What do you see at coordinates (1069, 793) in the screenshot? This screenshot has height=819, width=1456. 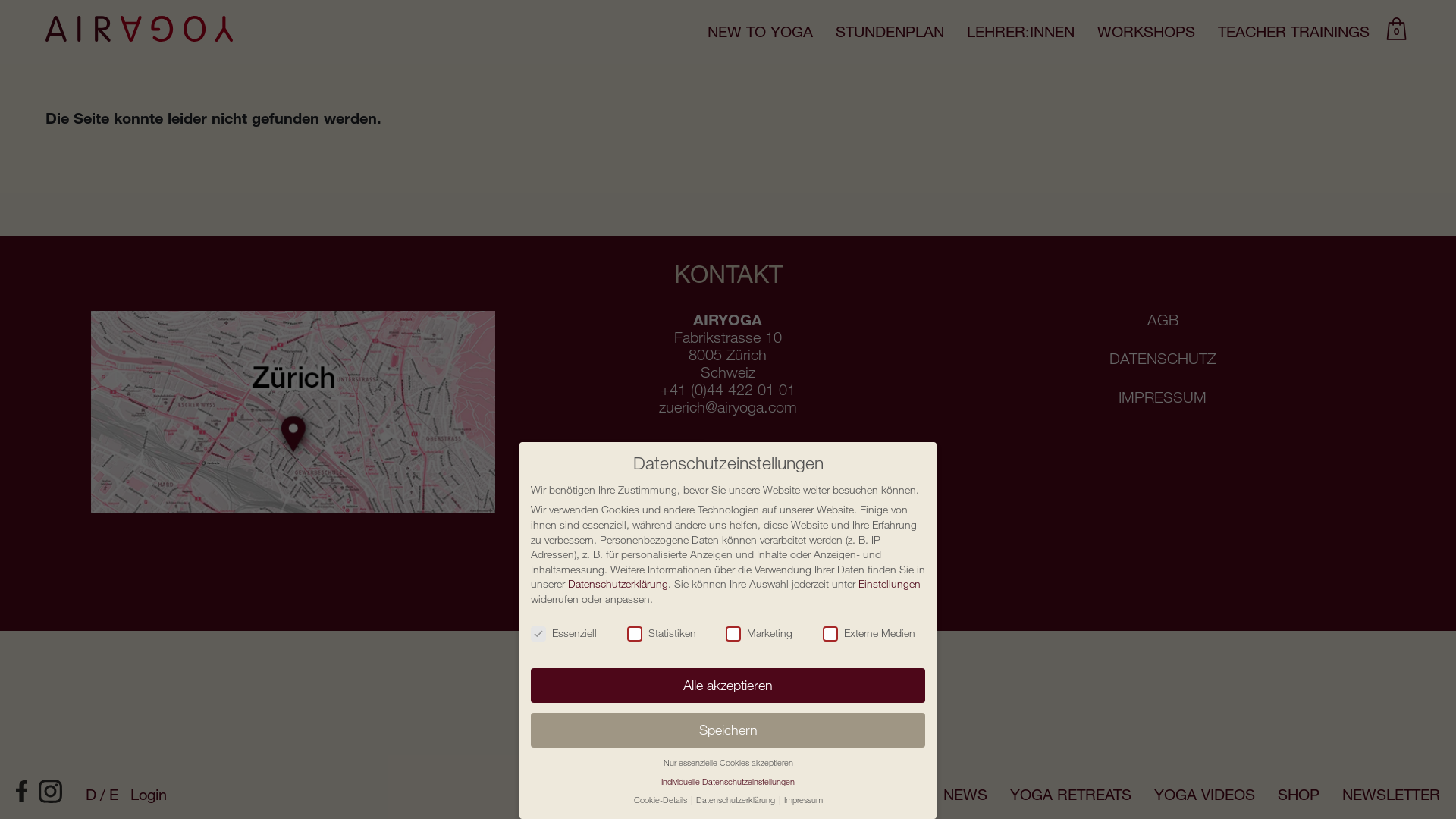 I see `'YOGA RETREATS'` at bounding box center [1069, 793].